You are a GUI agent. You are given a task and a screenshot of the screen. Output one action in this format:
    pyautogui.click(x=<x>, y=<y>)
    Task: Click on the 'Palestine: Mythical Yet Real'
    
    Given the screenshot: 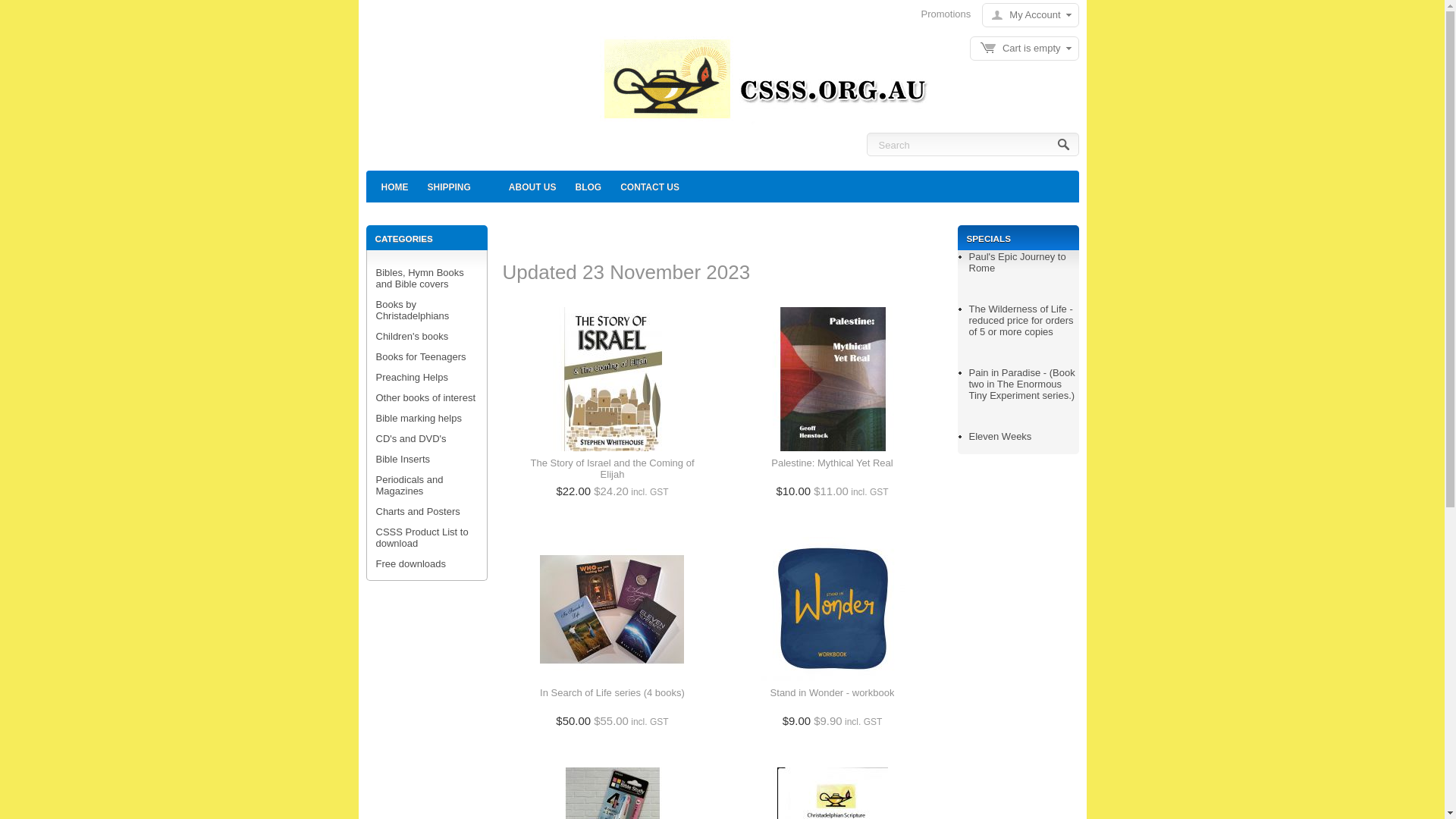 What is the action you would take?
    pyautogui.click(x=771, y=468)
    